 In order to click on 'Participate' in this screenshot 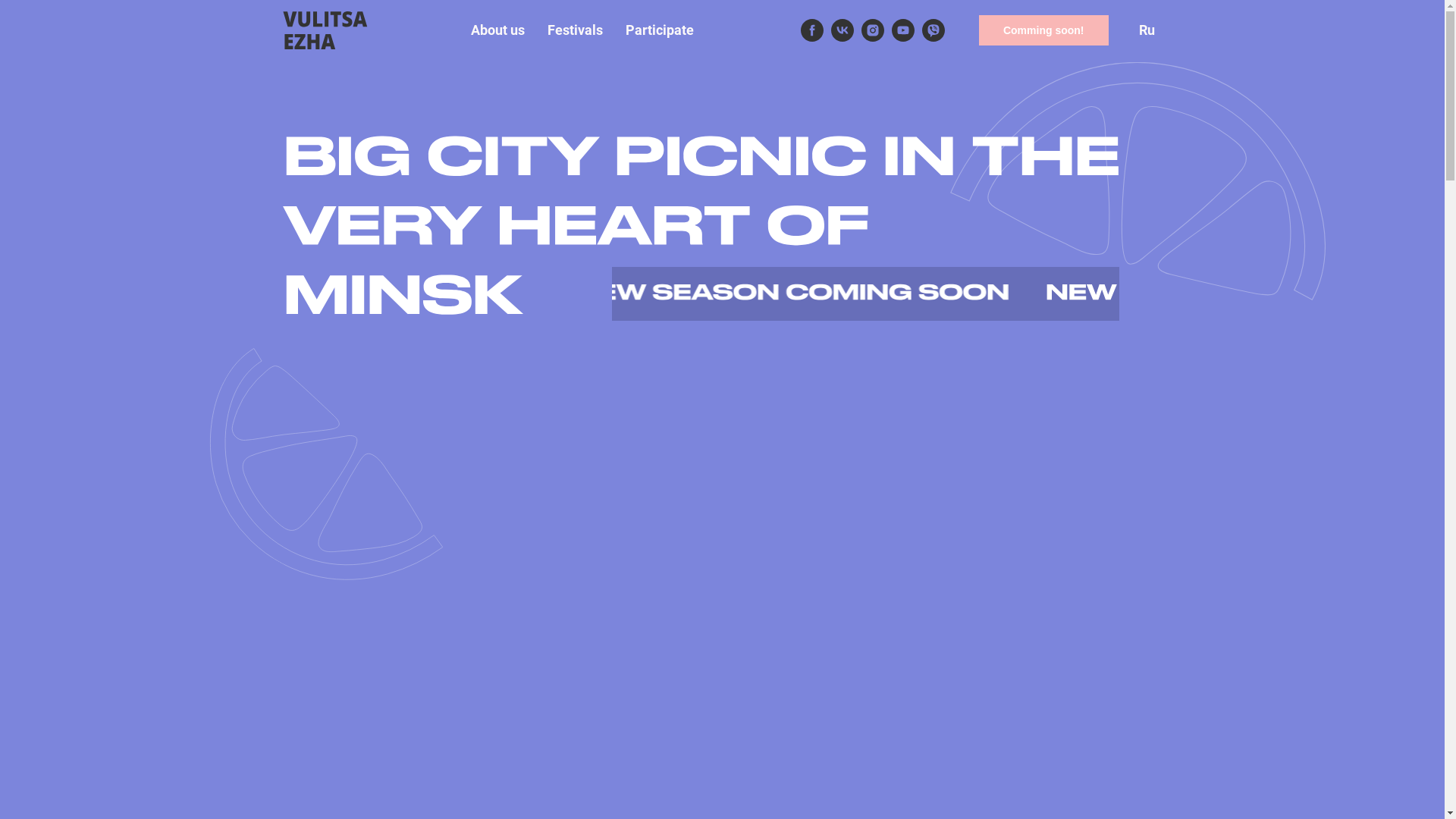, I will do `click(659, 30)`.